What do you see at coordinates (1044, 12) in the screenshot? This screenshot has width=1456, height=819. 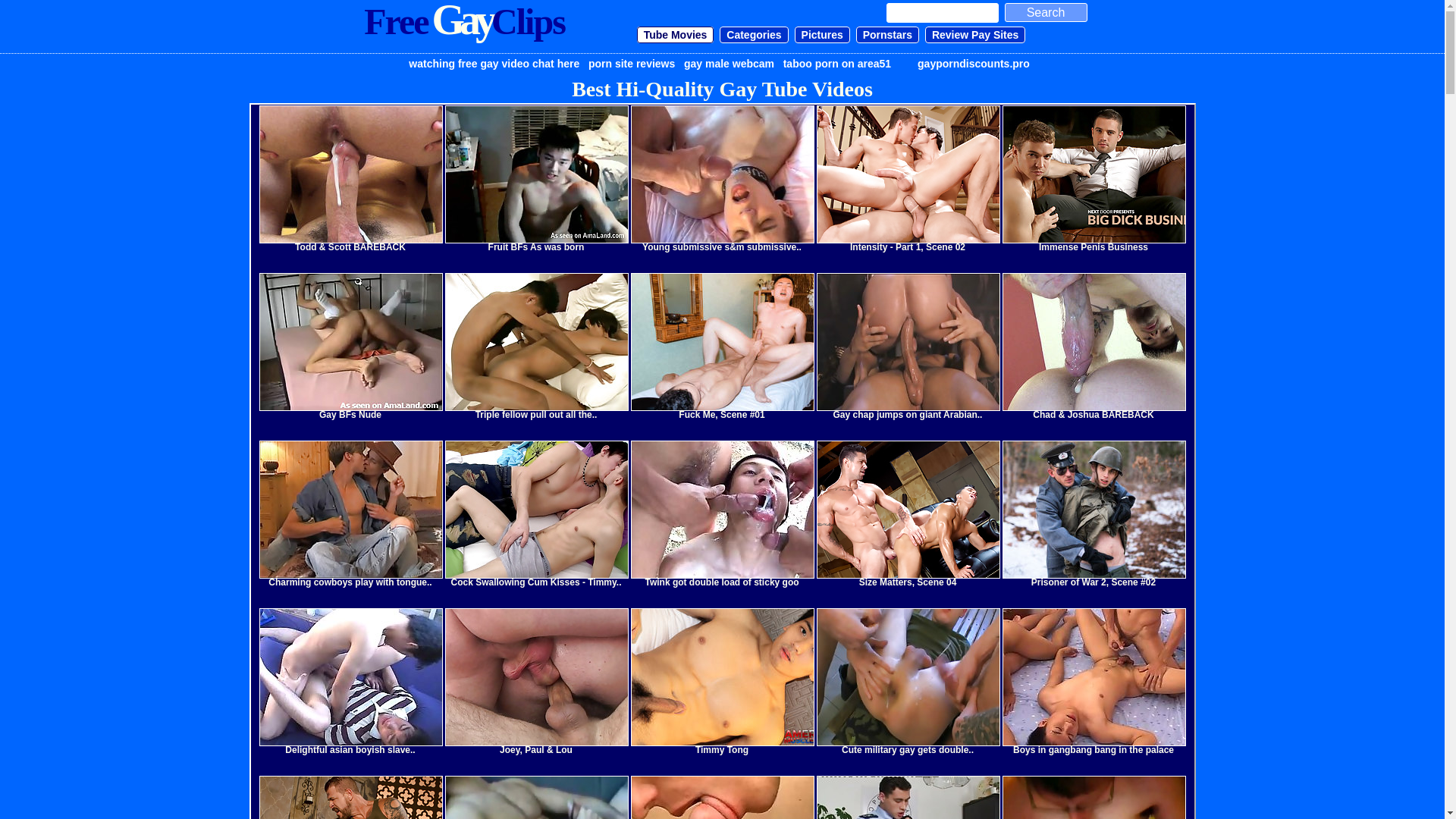 I see `'Search'` at bounding box center [1044, 12].